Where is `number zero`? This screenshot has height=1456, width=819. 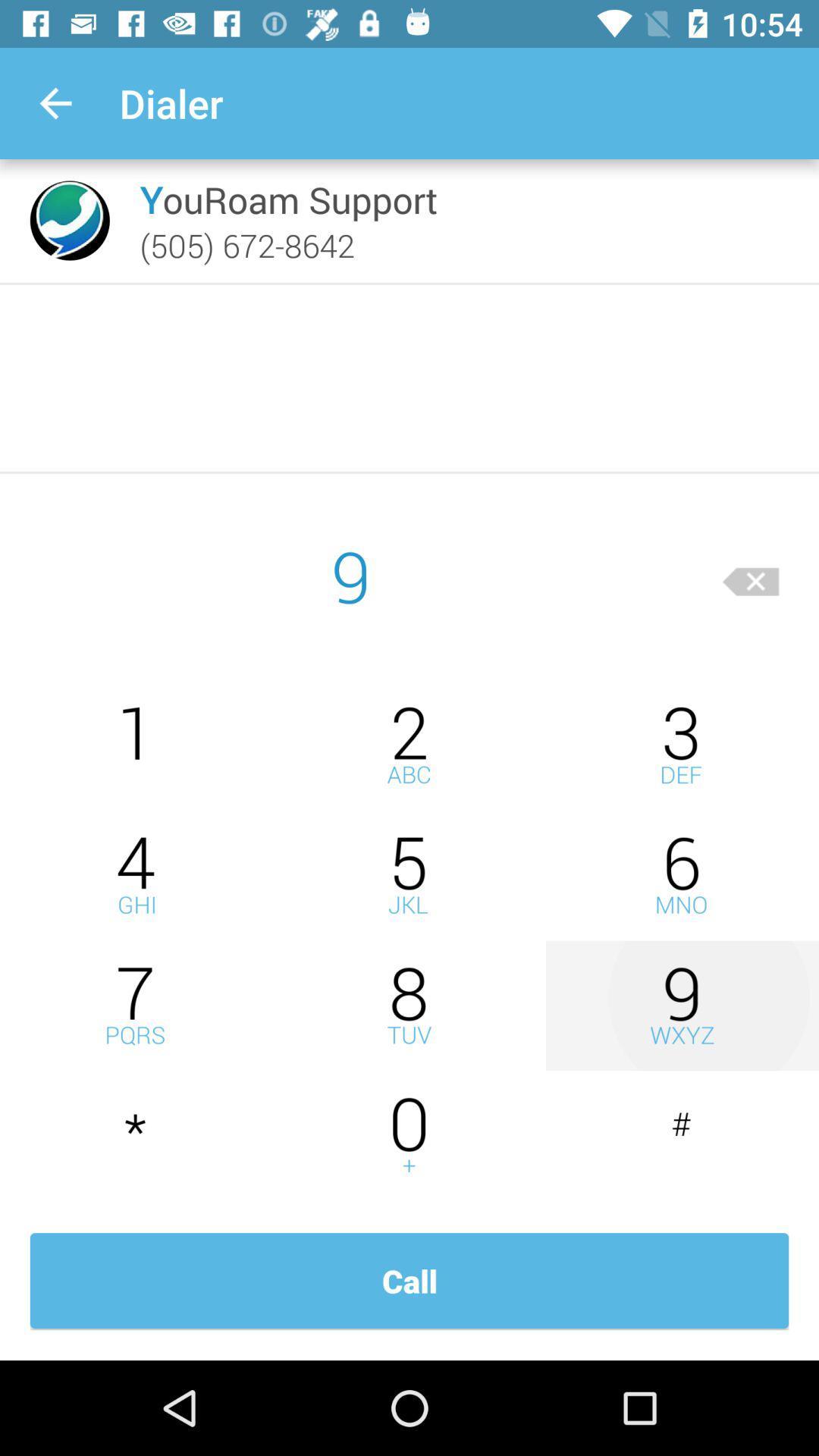 number zero is located at coordinates (409, 1136).